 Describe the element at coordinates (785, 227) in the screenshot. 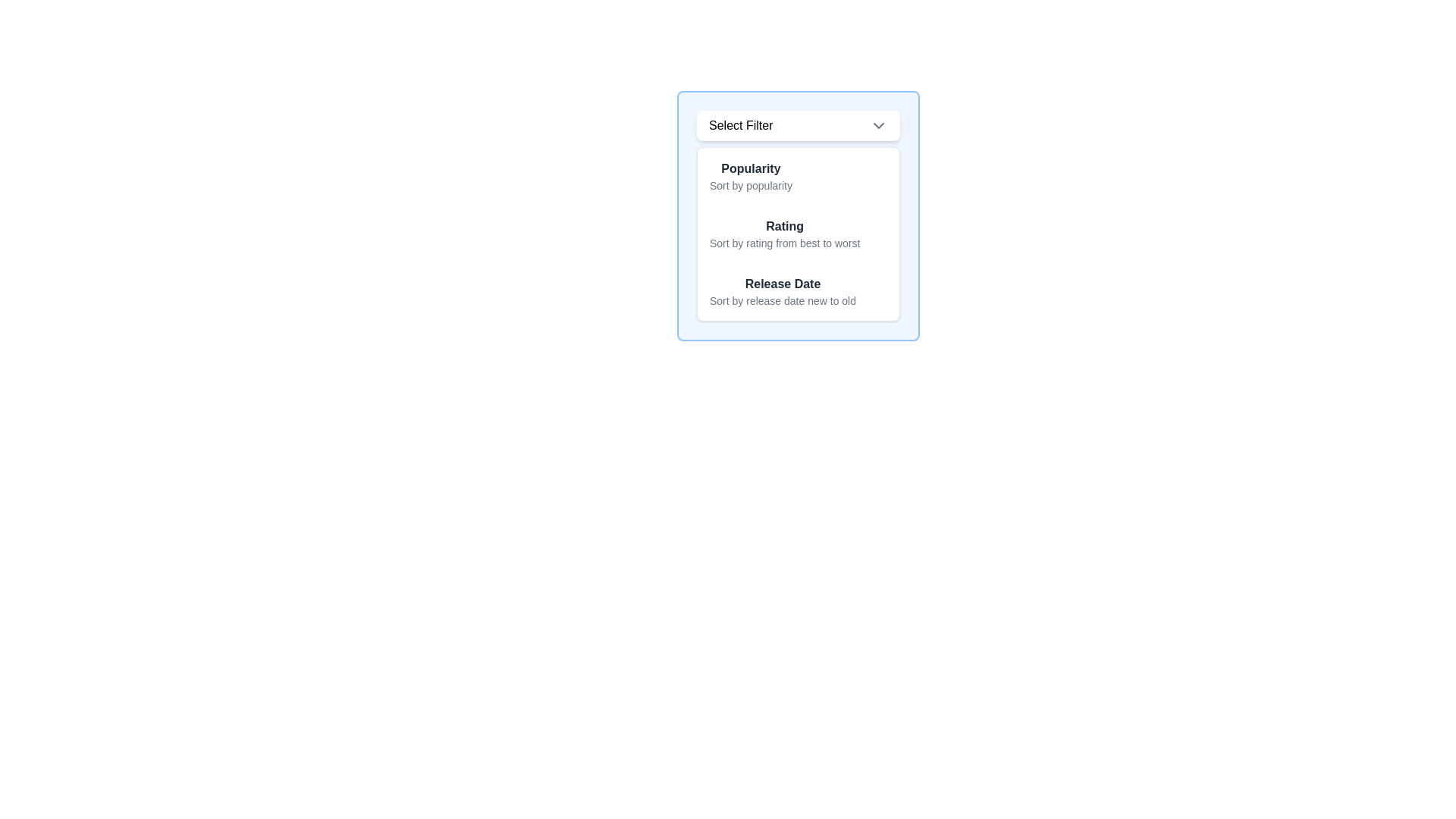

I see `the Text label indicating the user selection filter option related to ratings, which is positioned at the center of the dropdown list between 'Popularity' and 'Release Date'` at that location.